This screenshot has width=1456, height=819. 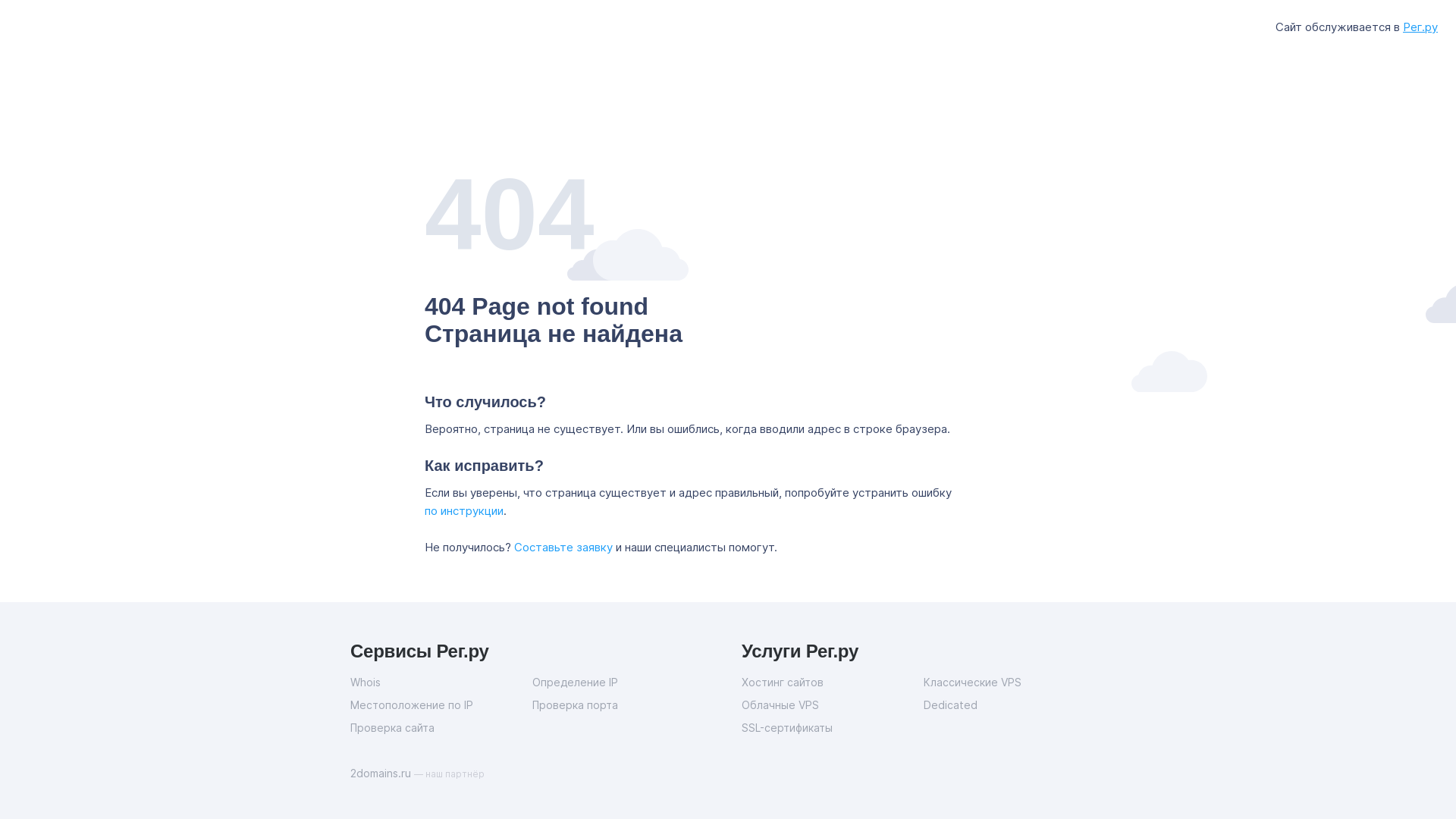 I want to click on 'Whois', so click(x=440, y=681).